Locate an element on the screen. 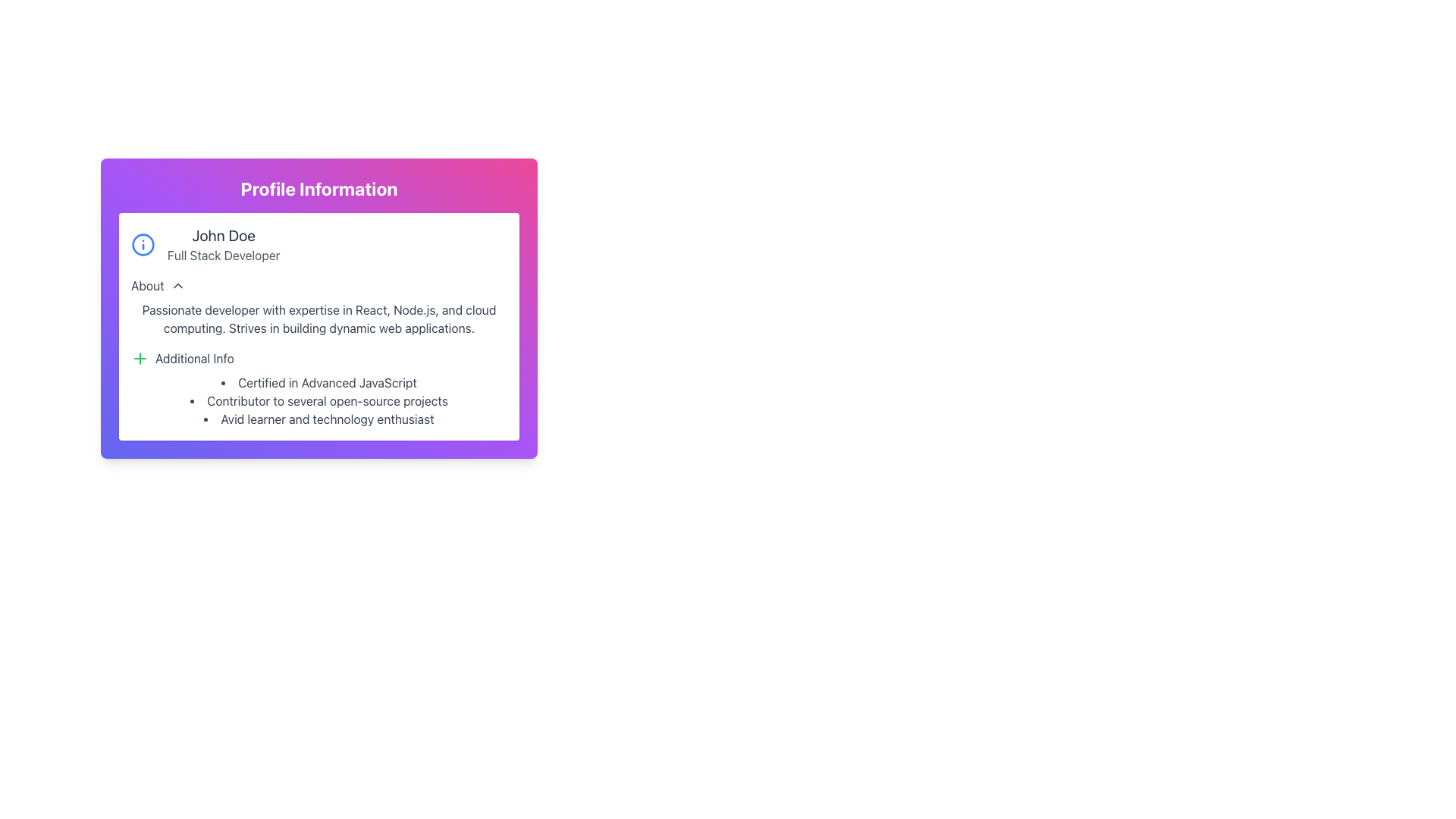 Image resolution: width=1456 pixels, height=819 pixels. the interactive elements contained within the Informational Card that summarizes a user's profile, including their name, professional title, skills, and additional notes is located at coordinates (318, 308).